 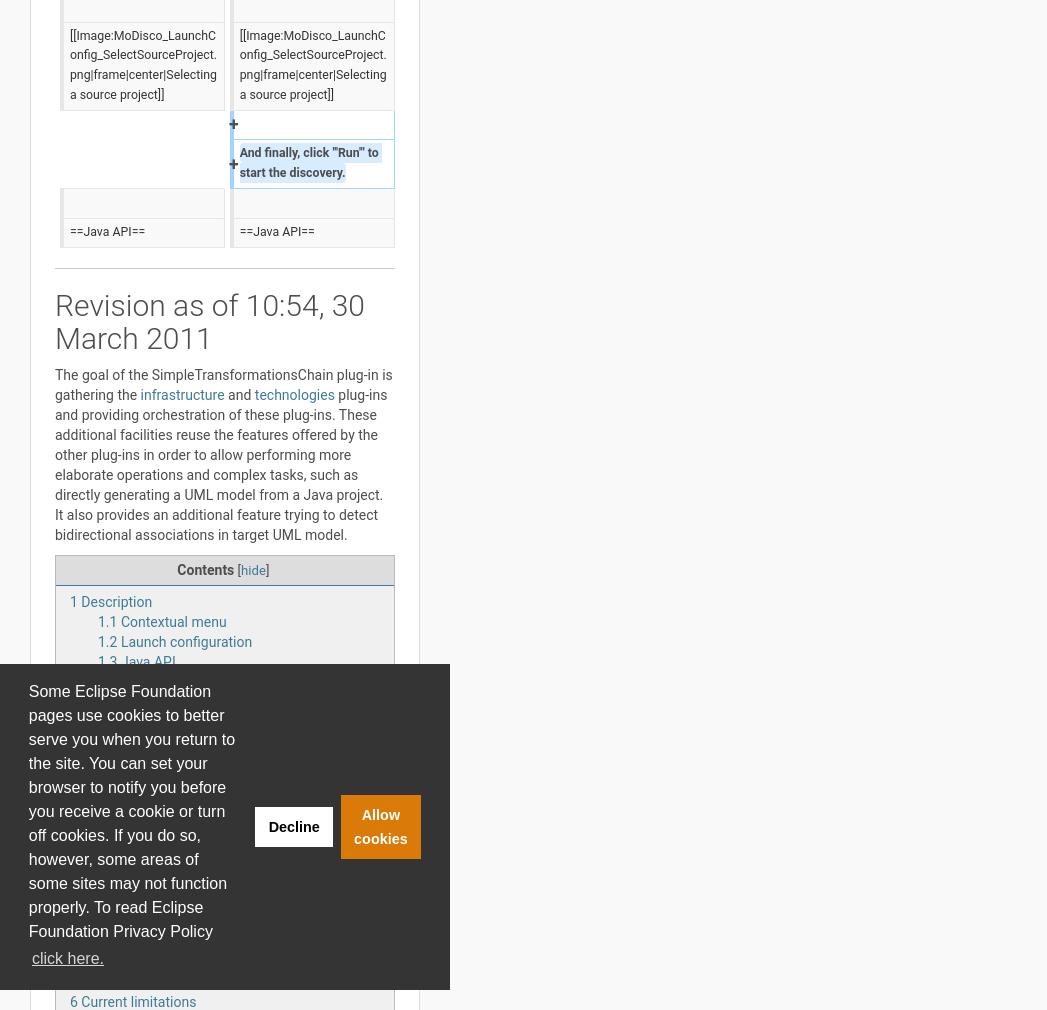 I want to click on '5.2', so click(x=106, y=782).